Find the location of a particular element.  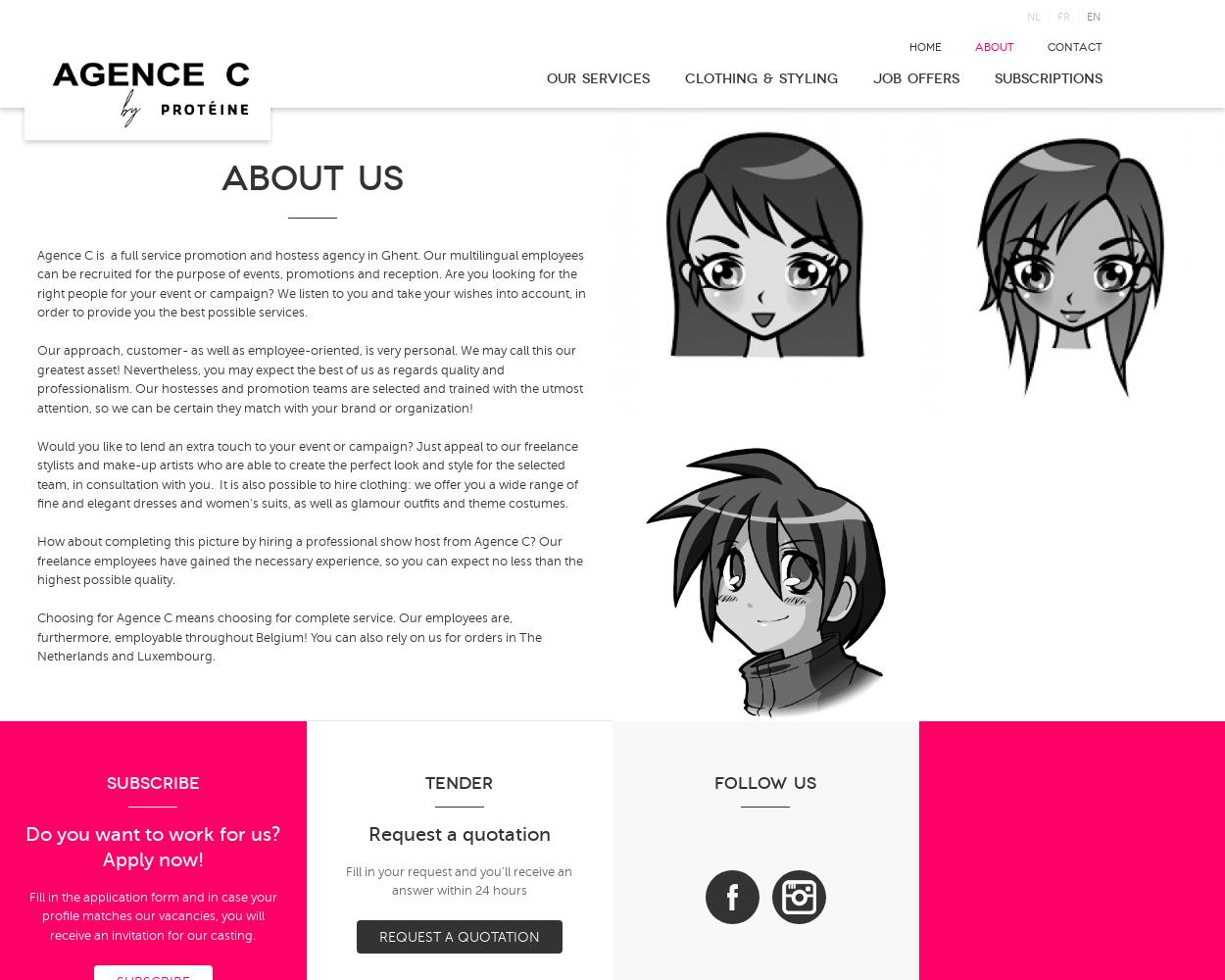

'Choosing for Agence C means choosing for complete service. Our employees are, furthermore, employable throughout Belgium! You can also rely on us for orders in The Netherlands and Luxembourg.' is located at coordinates (288, 637).